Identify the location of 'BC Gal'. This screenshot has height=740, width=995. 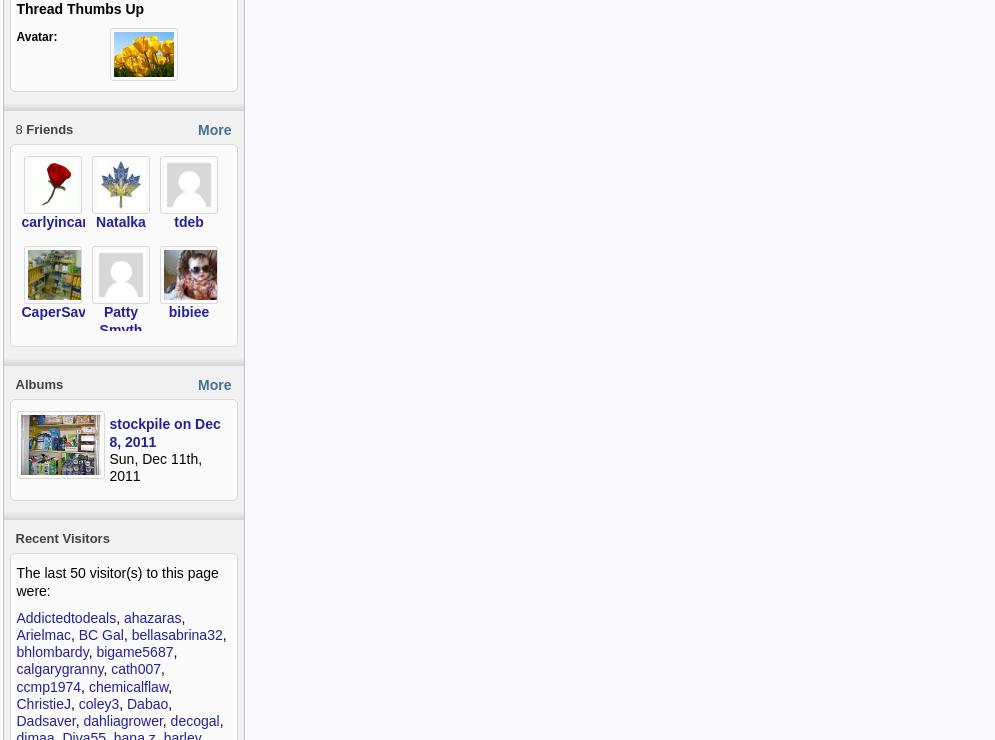
(100, 633).